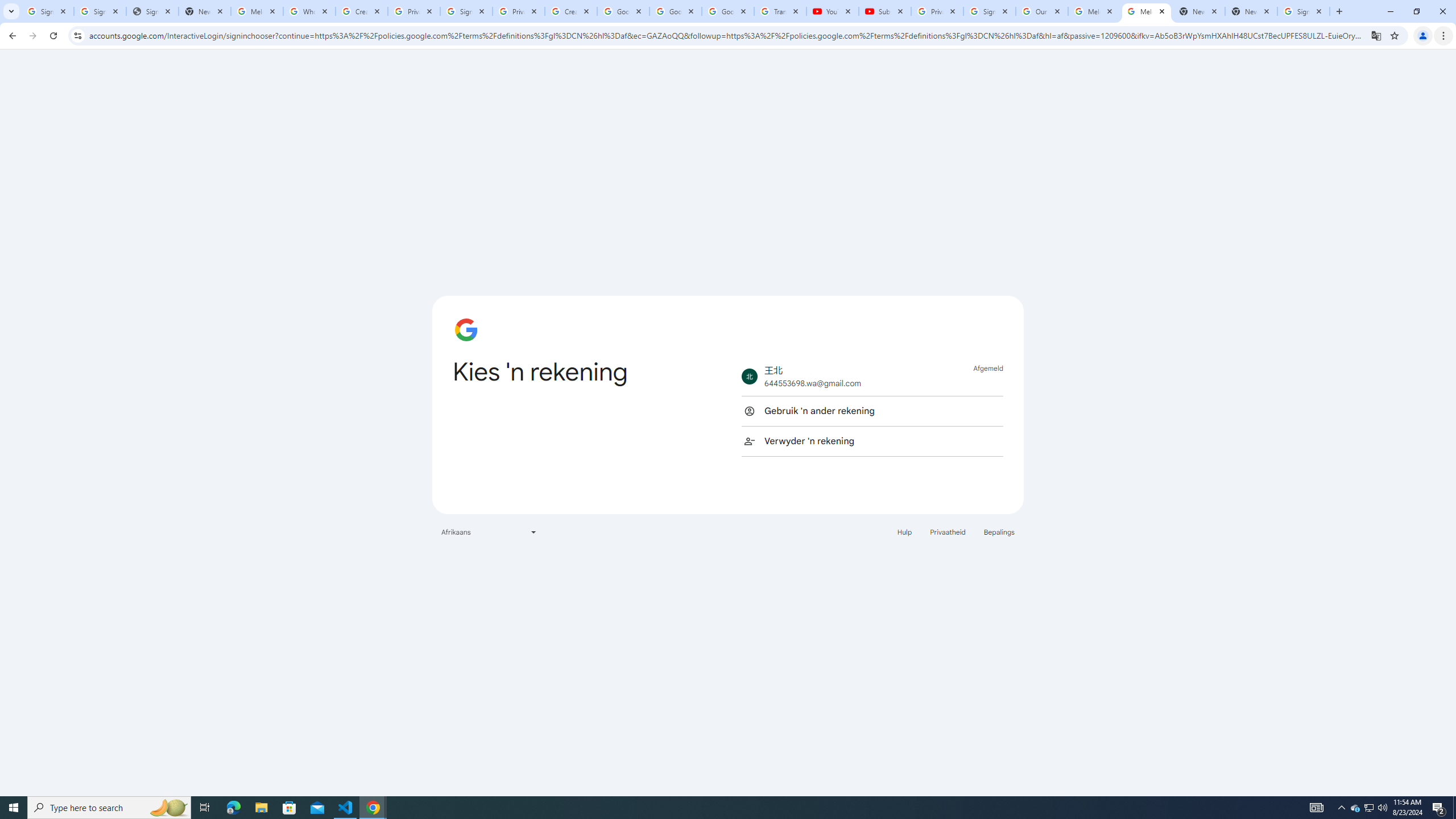 The image size is (1456, 819). I want to click on 'New Tab', so click(1251, 11).